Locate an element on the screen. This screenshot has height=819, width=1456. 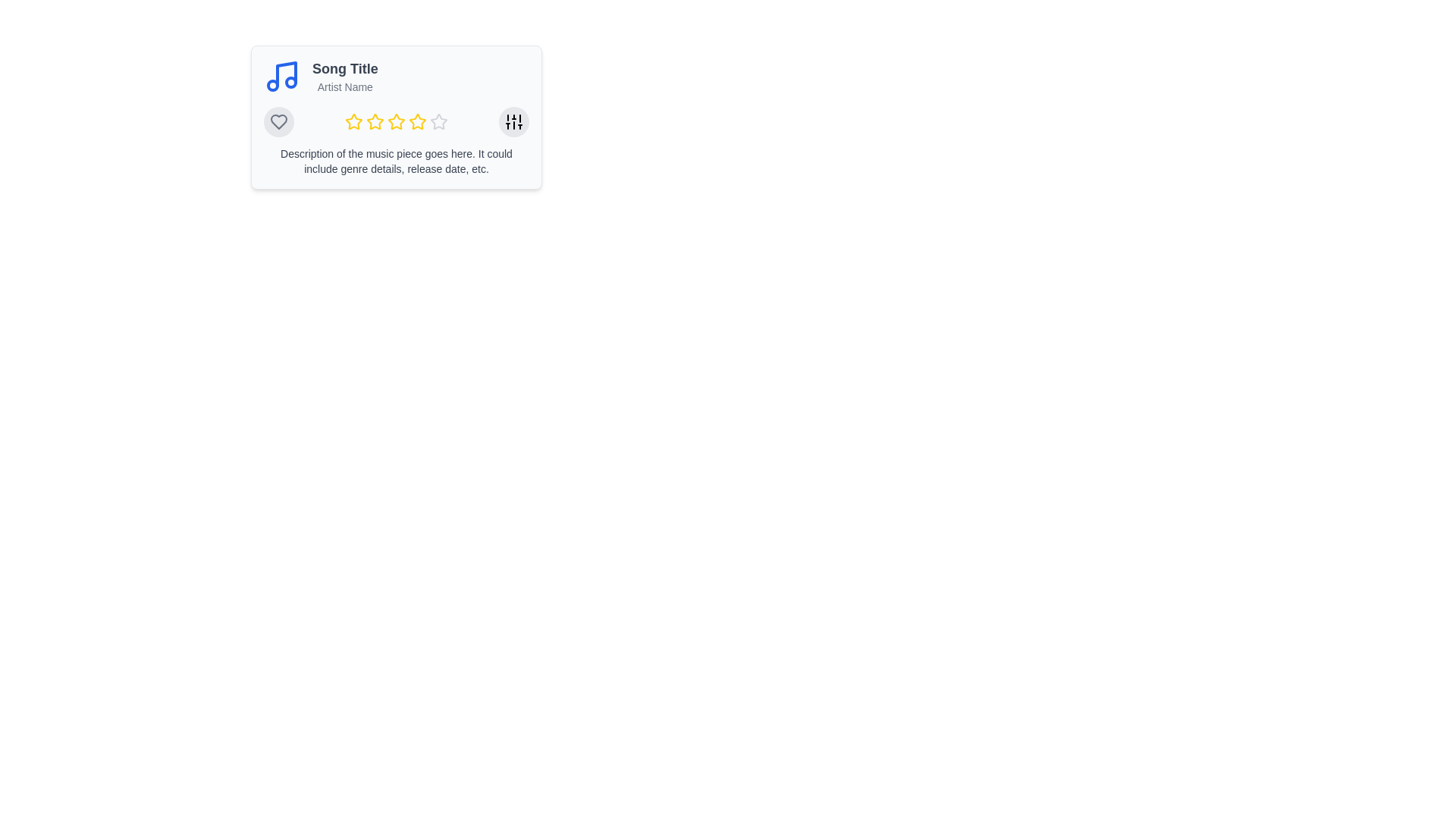
the Decorative SVG circle that serves as a decorative detail within the music icon, positioned slightly lower and towards the right inside the musical note's icon area is located at coordinates (291, 82).